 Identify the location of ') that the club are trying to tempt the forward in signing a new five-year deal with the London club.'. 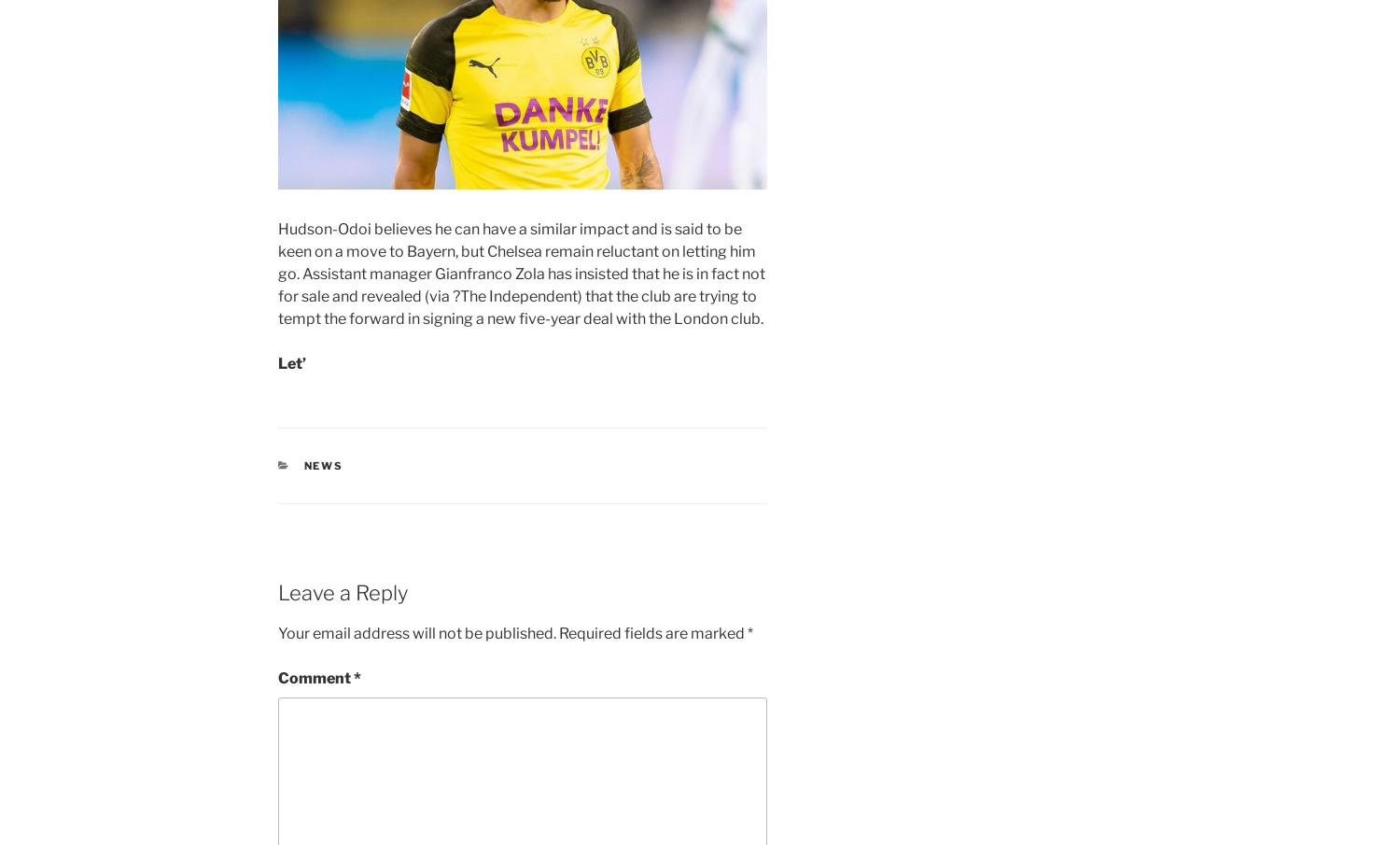
(521, 305).